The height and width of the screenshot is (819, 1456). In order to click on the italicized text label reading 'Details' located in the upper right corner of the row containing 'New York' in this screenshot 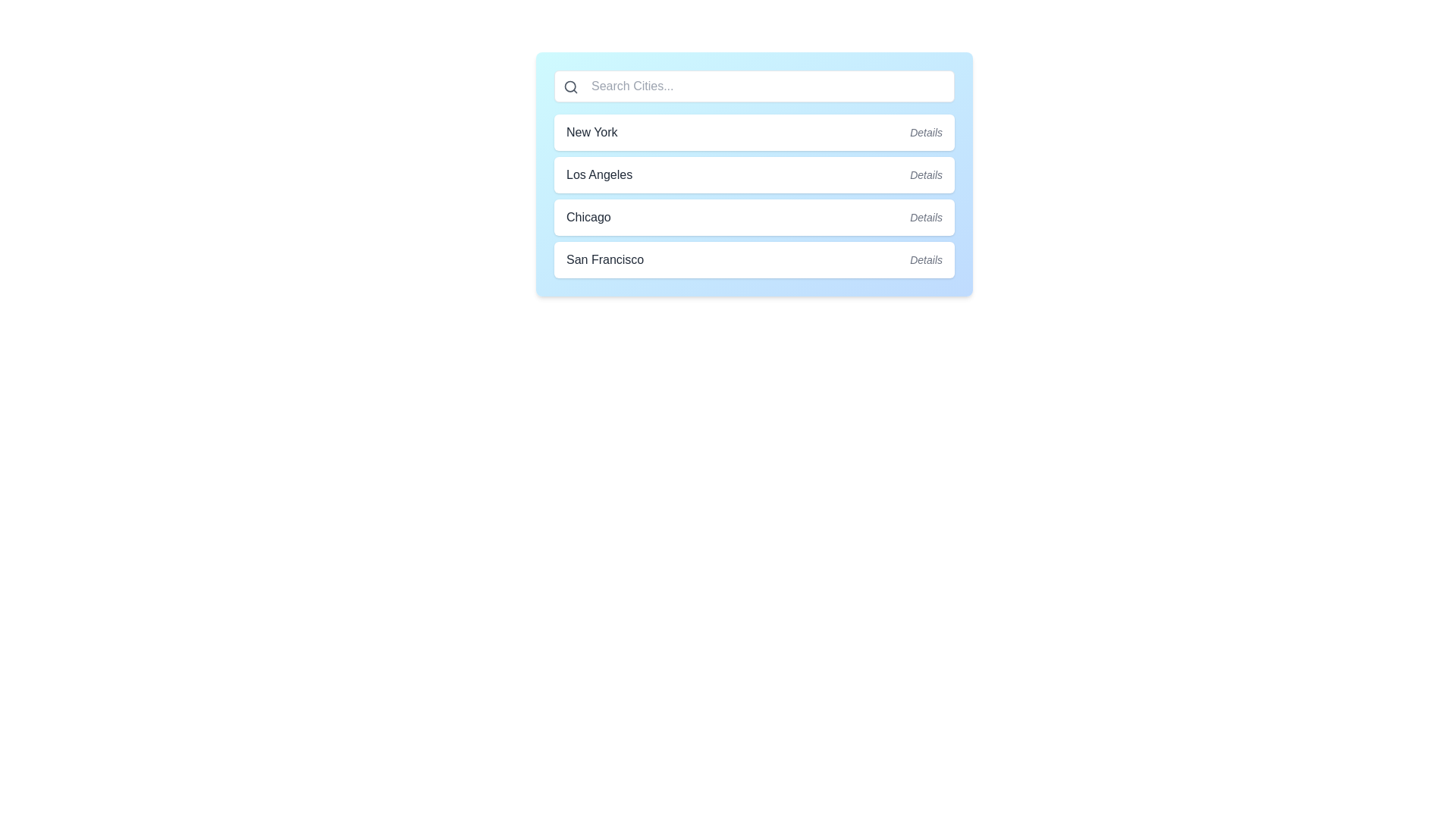, I will do `click(925, 131)`.